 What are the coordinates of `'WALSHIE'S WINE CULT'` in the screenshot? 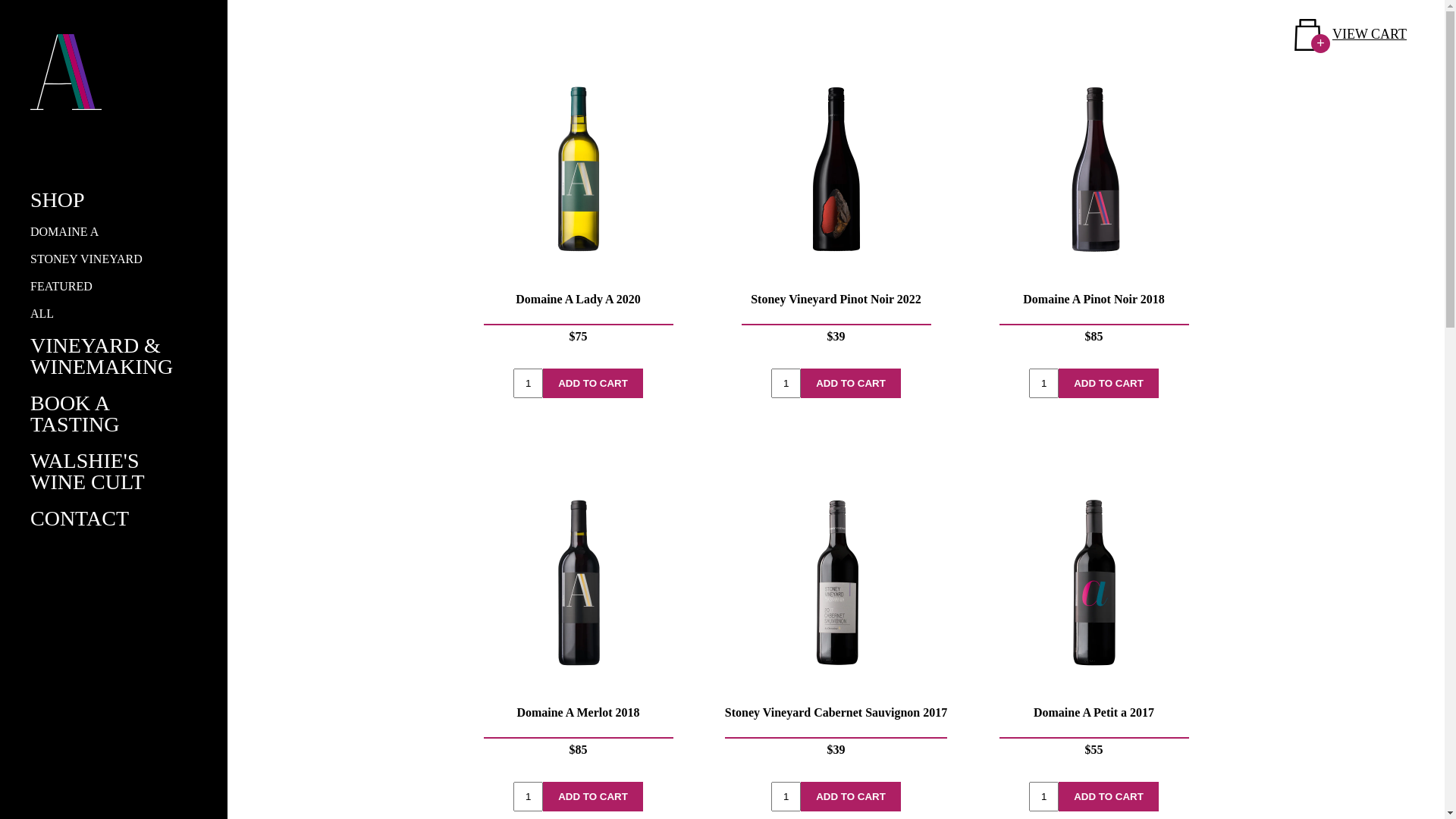 It's located at (86, 470).